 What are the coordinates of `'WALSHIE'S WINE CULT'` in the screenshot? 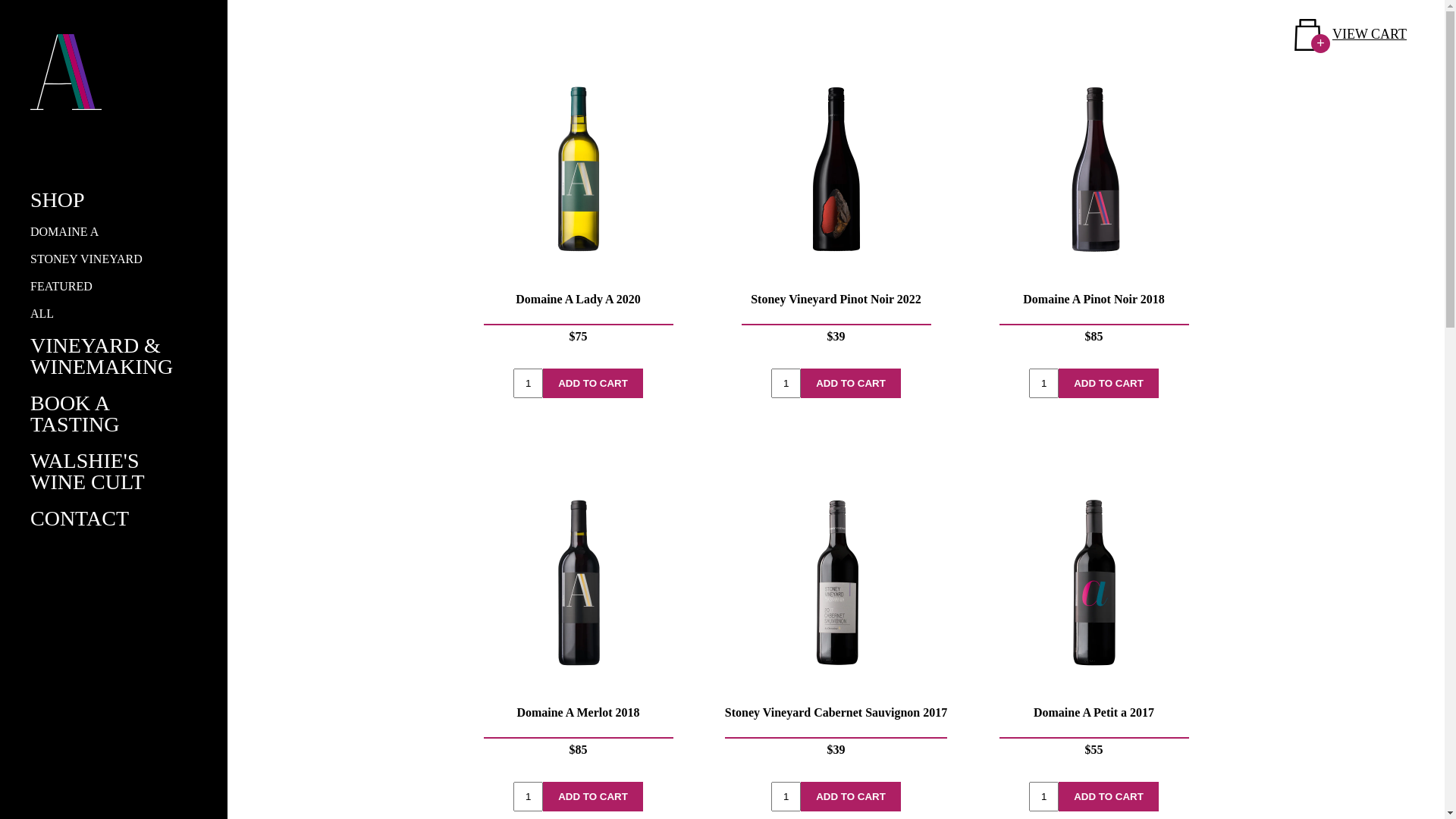 It's located at (86, 470).